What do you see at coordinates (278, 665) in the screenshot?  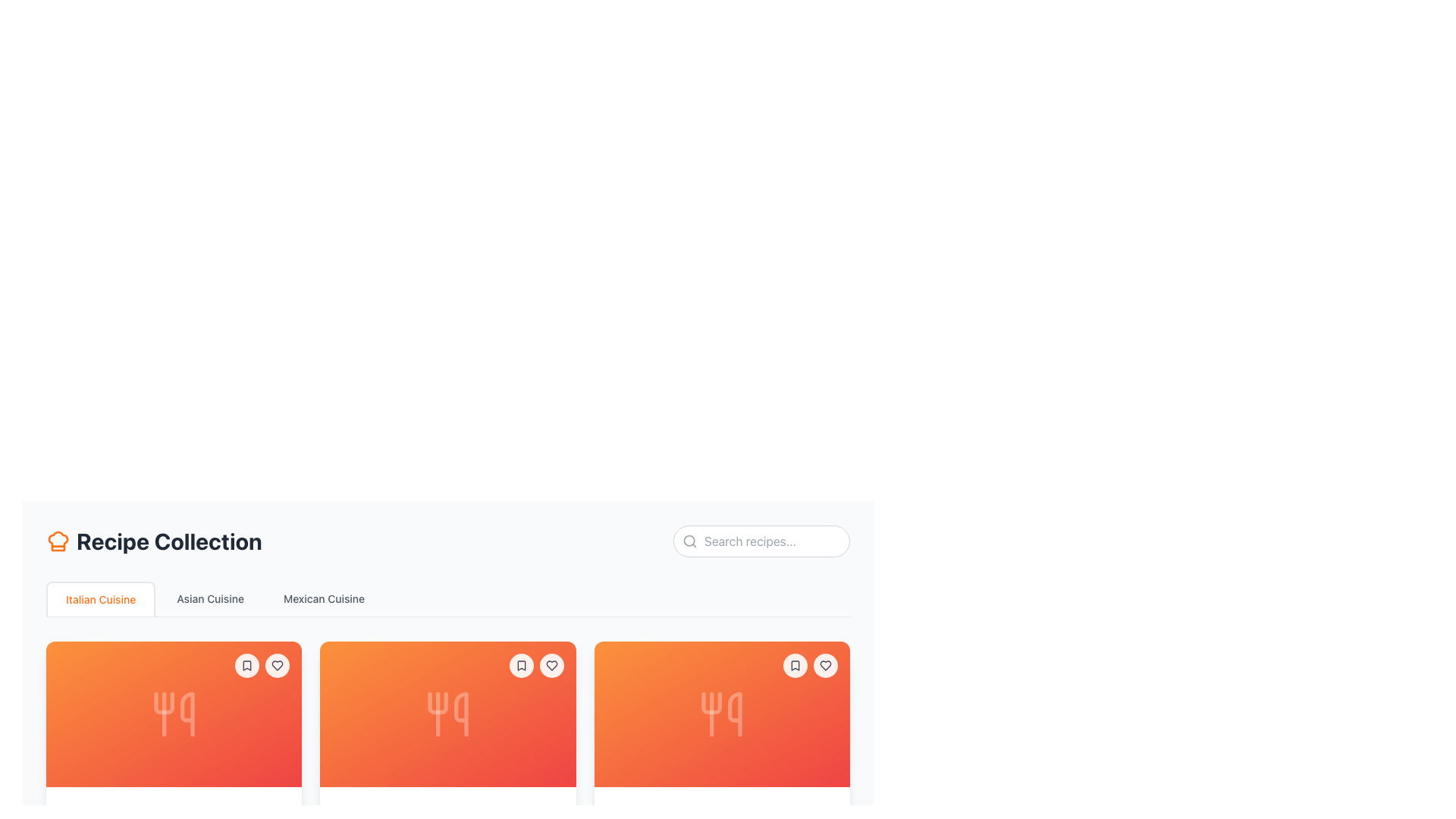 I see `the small circular button with a white background and heart icon located in the top-right corner of the first recipe card` at bounding box center [278, 665].